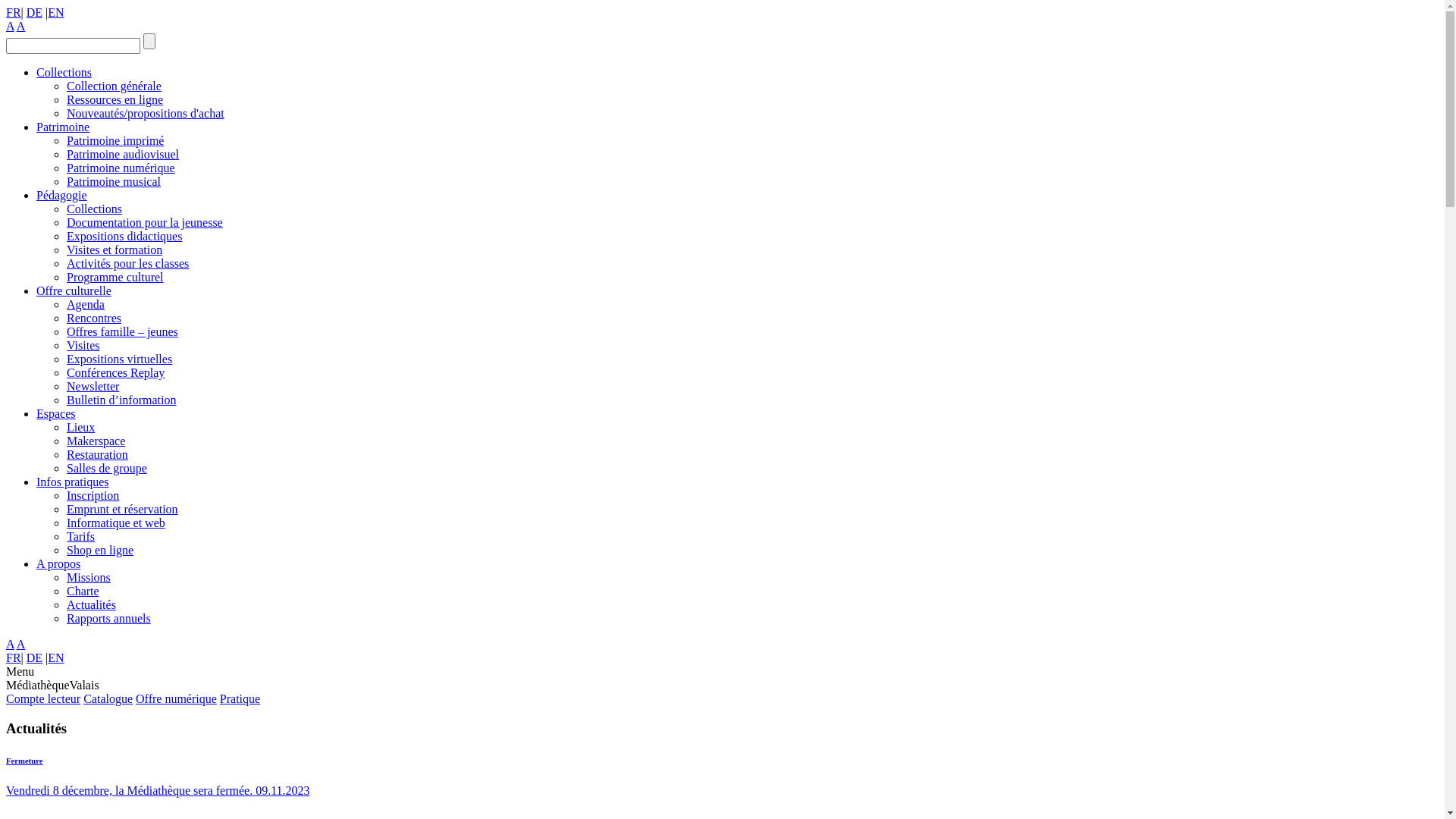  Describe the element at coordinates (82, 590) in the screenshot. I see `'Charte'` at that location.